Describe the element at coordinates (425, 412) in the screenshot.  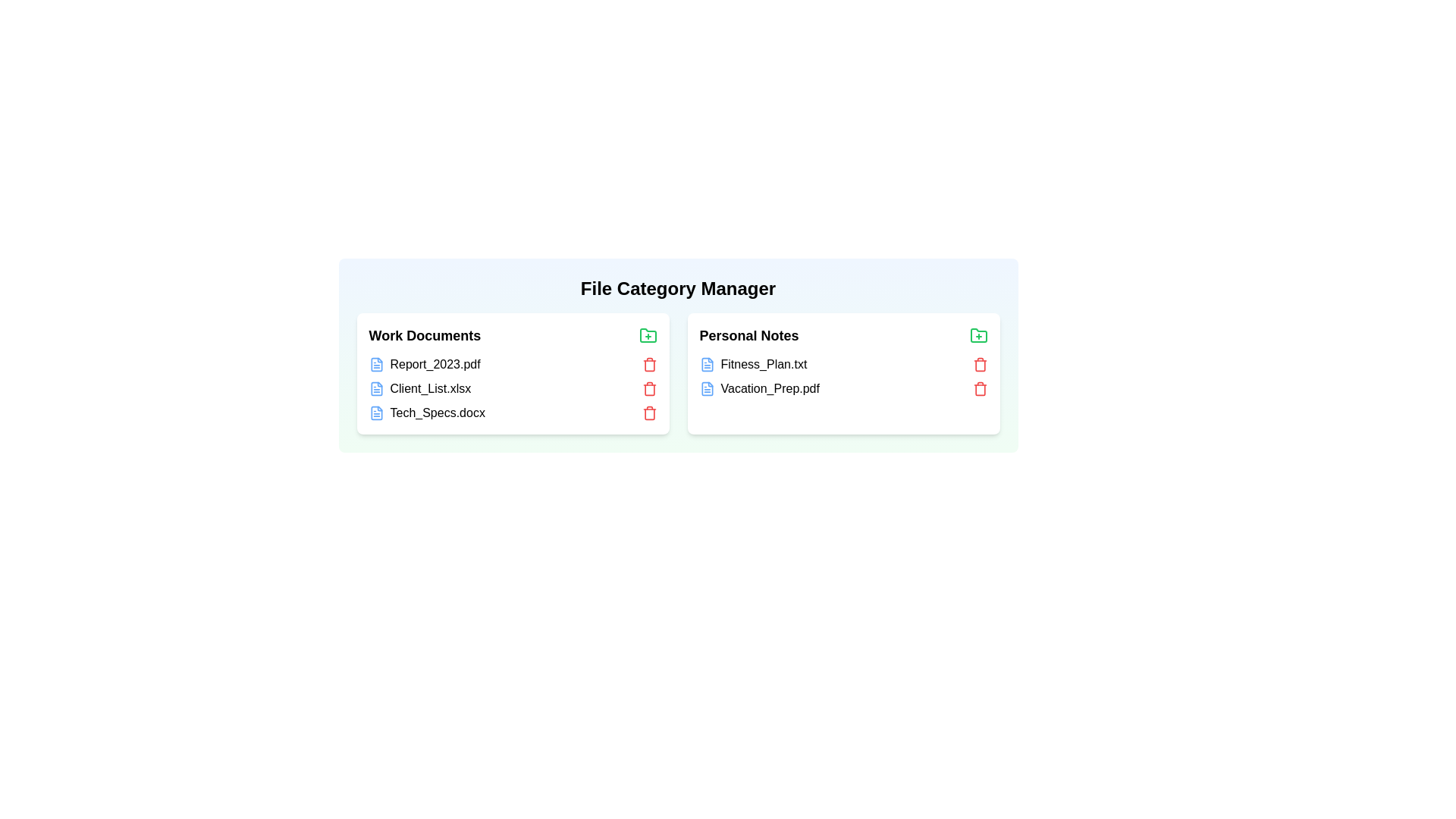
I see `the file named Tech_Specs.docx in the category Work Documents` at that location.